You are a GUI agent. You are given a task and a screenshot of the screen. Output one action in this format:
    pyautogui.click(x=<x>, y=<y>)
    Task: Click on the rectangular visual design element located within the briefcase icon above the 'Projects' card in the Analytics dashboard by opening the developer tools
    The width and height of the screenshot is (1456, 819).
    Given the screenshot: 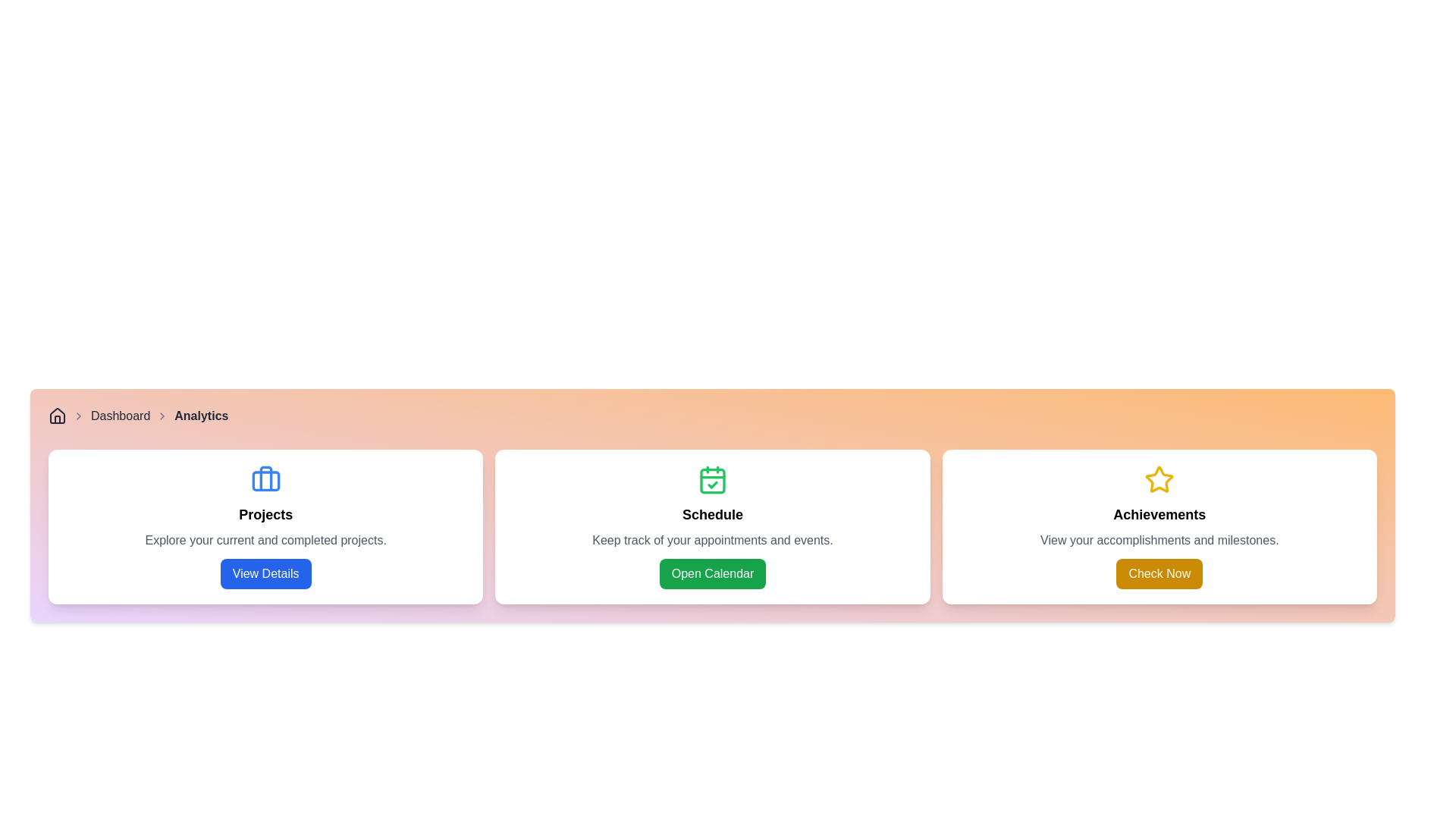 What is the action you would take?
    pyautogui.click(x=265, y=481)
    